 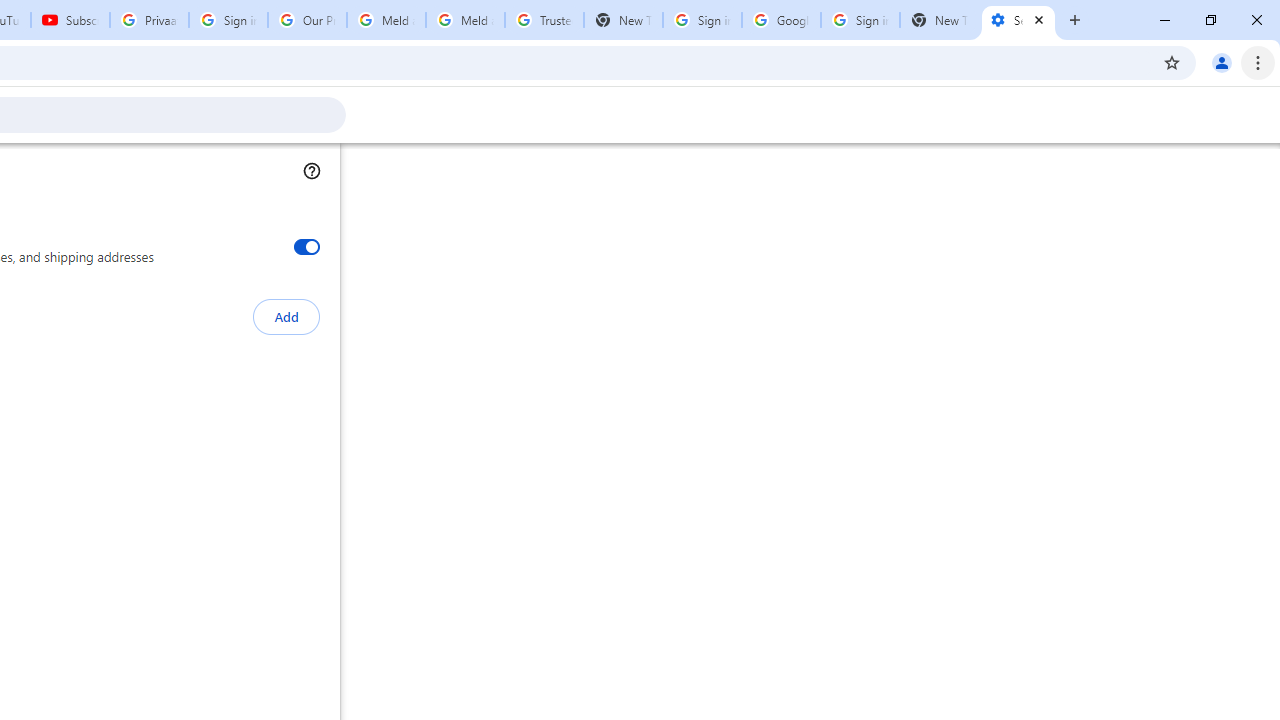 I want to click on 'New Tab', so click(x=938, y=20).